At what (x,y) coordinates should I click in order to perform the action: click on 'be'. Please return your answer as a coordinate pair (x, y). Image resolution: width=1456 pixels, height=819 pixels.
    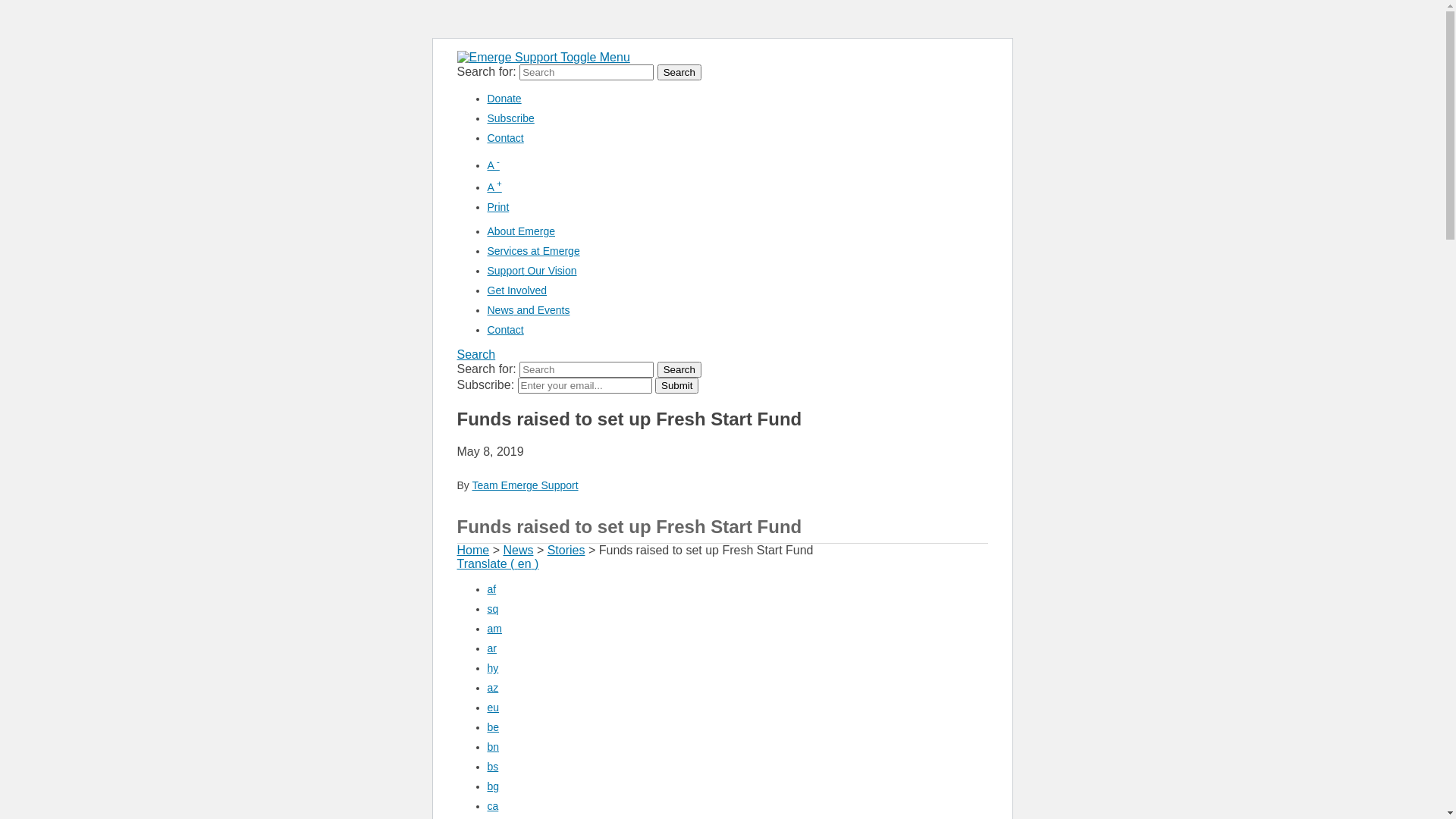
    Looking at the image, I should click on (492, 726).